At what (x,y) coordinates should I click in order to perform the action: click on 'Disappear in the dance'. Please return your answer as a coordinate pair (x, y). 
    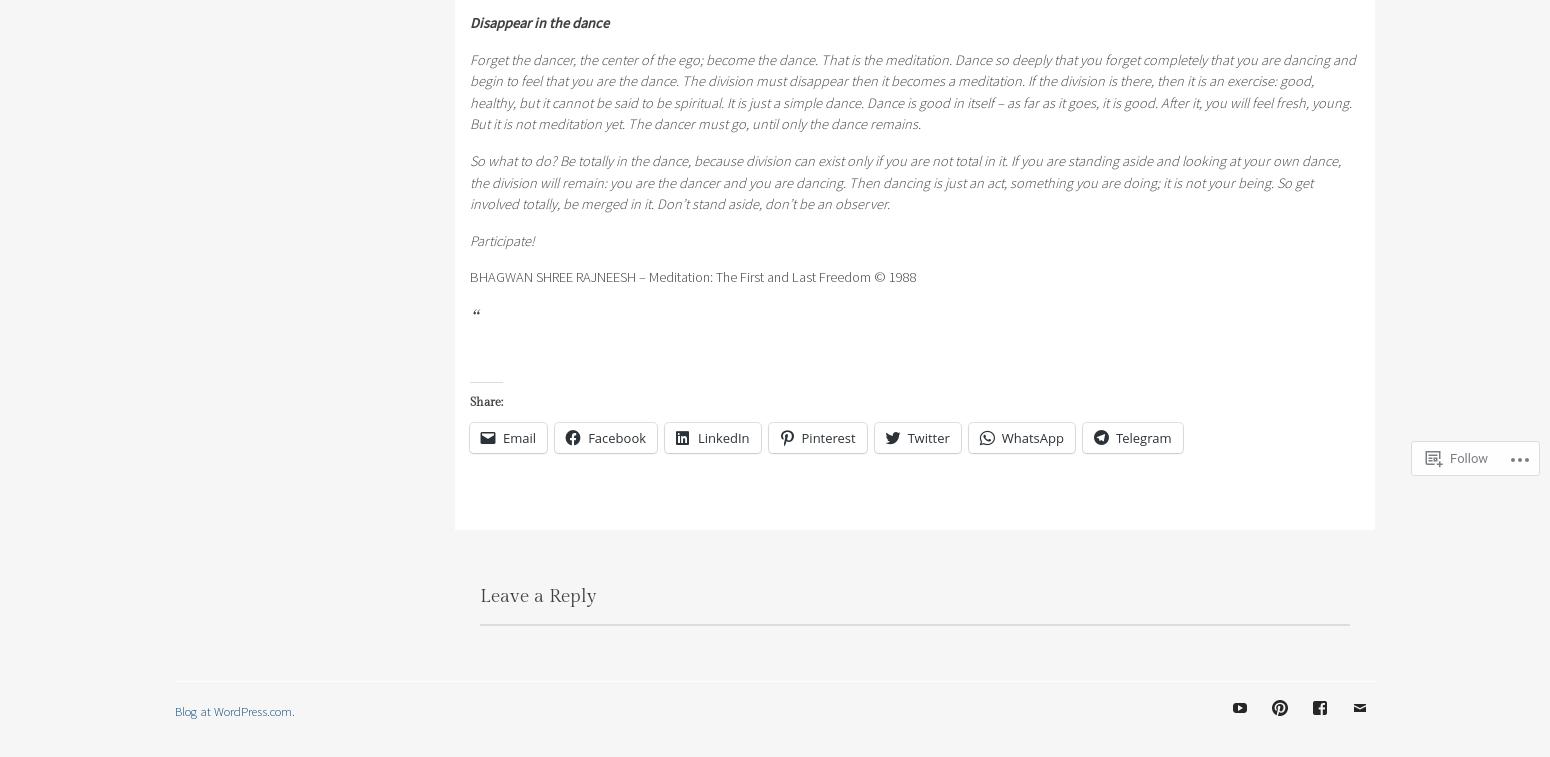
    Looking at the image, I should click on (538, 21).